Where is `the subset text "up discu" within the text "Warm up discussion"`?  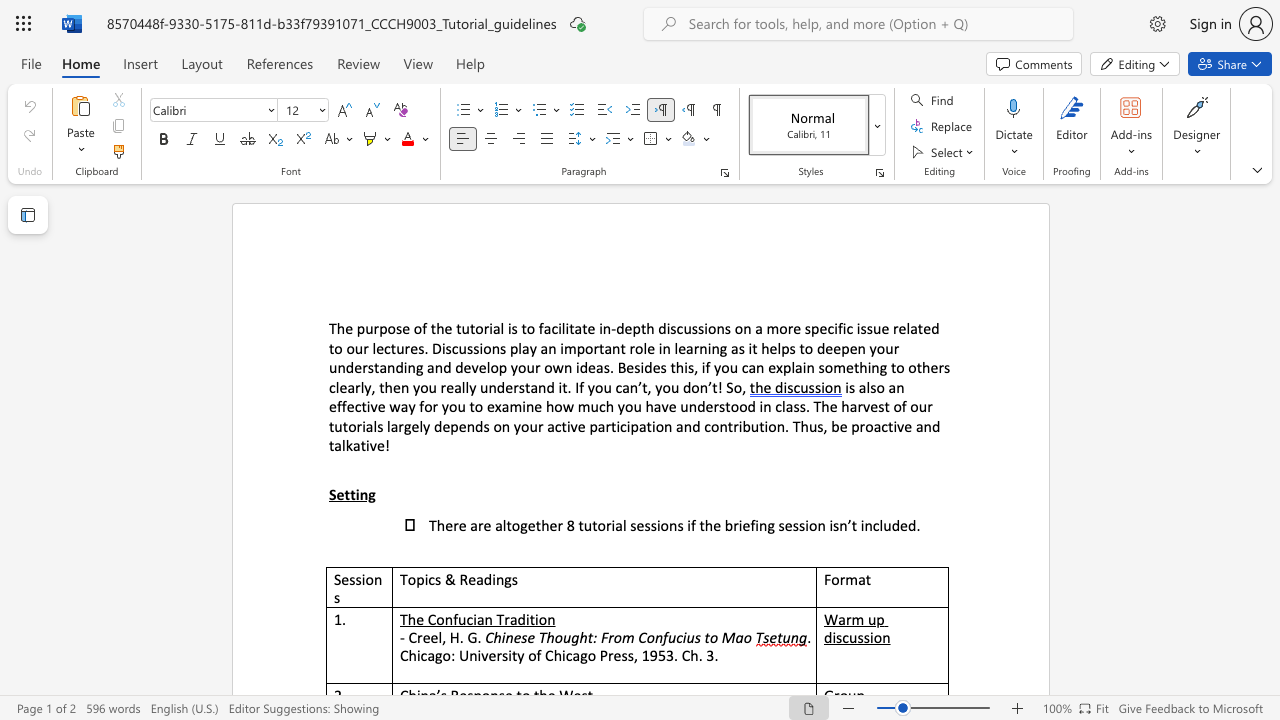 the subset text "up discu" within the text "Warm up discussion" is located at coordinates (867, 618).